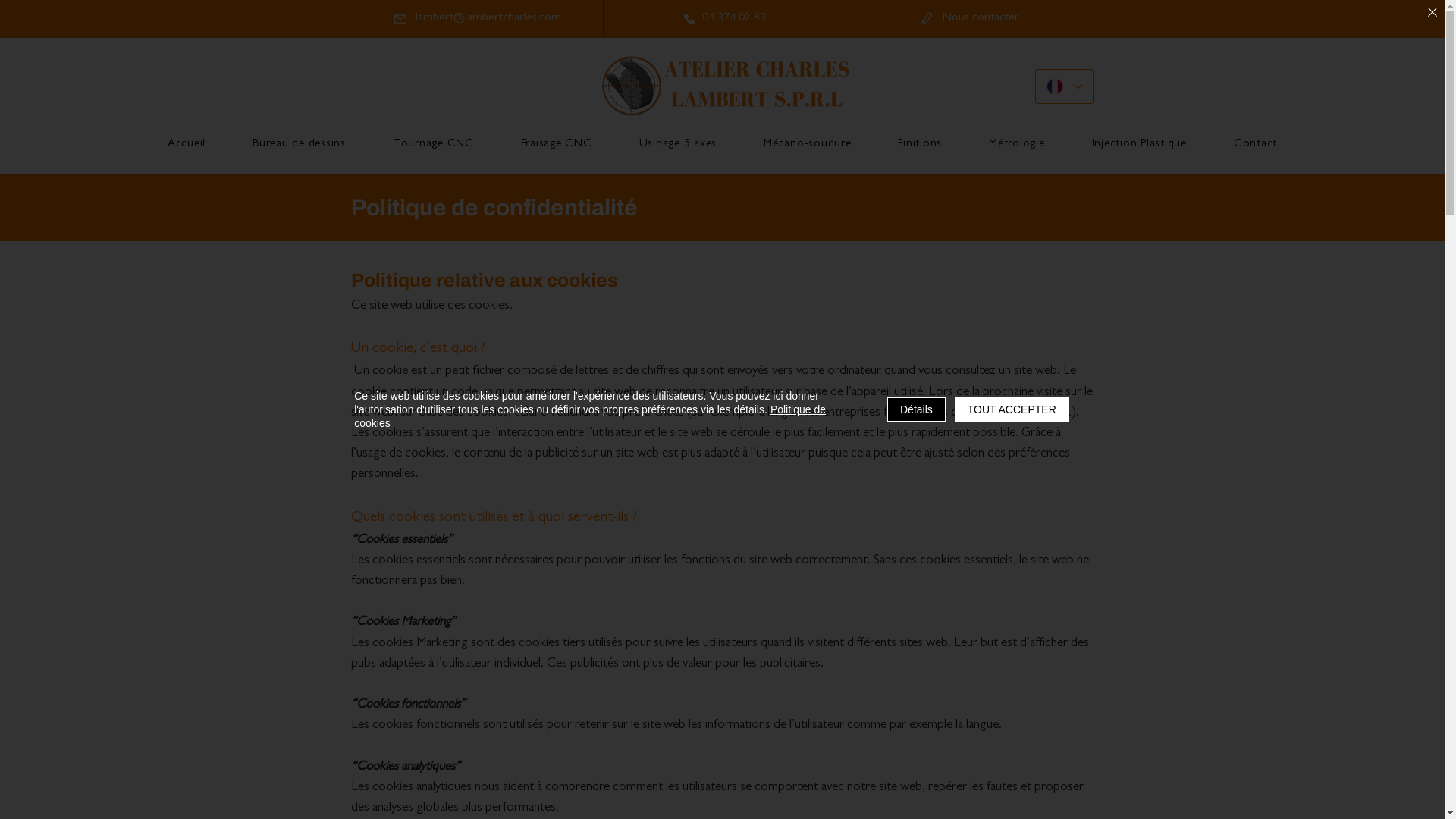 The width and height of the screenshot is (1456, 819). I want to click on 'Accueil', so click(185, 145).